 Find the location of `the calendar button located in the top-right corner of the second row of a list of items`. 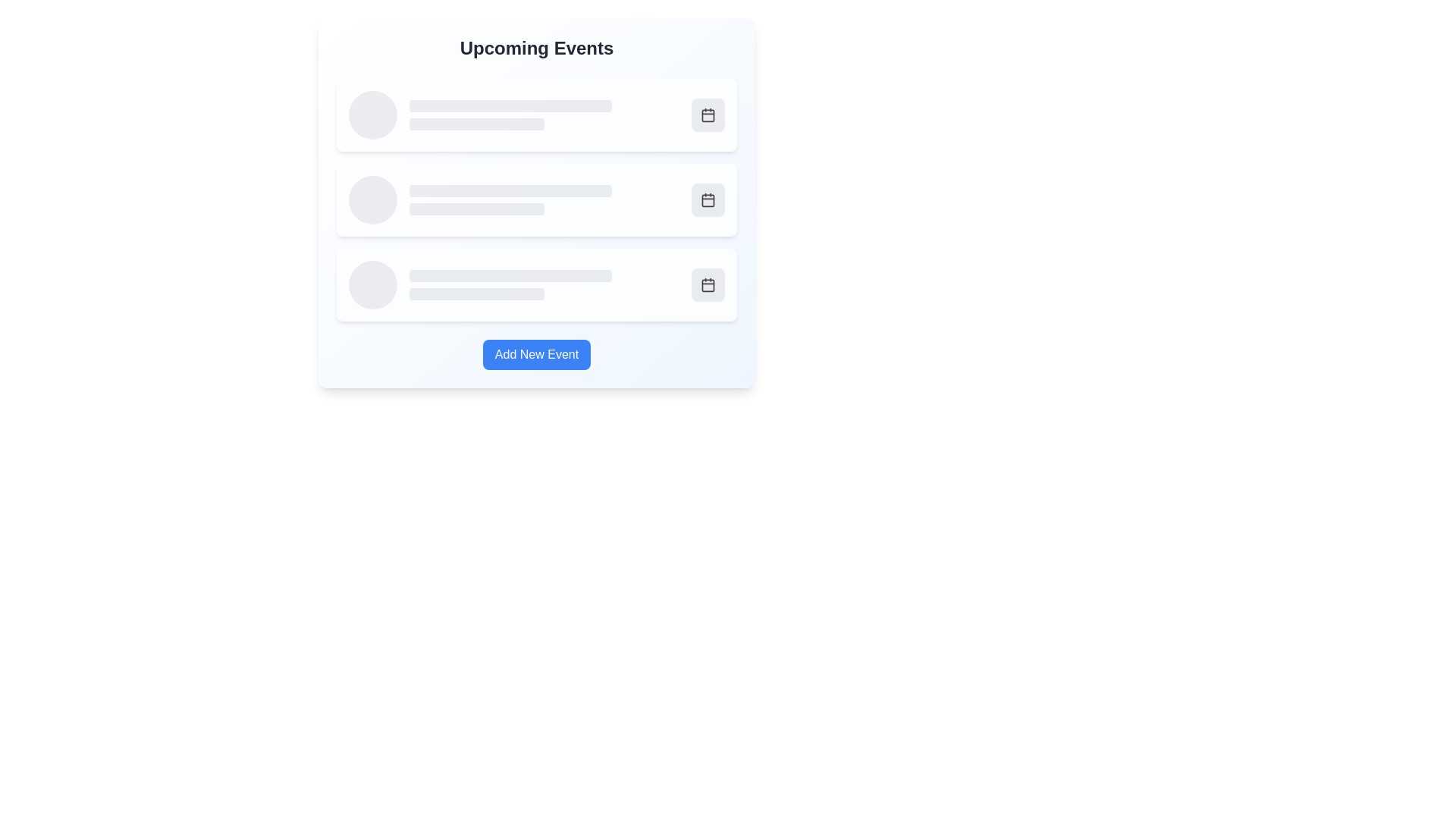

the calendar button located in the top-right corner of the second row of a list of items is located at coordinates (708, 199).